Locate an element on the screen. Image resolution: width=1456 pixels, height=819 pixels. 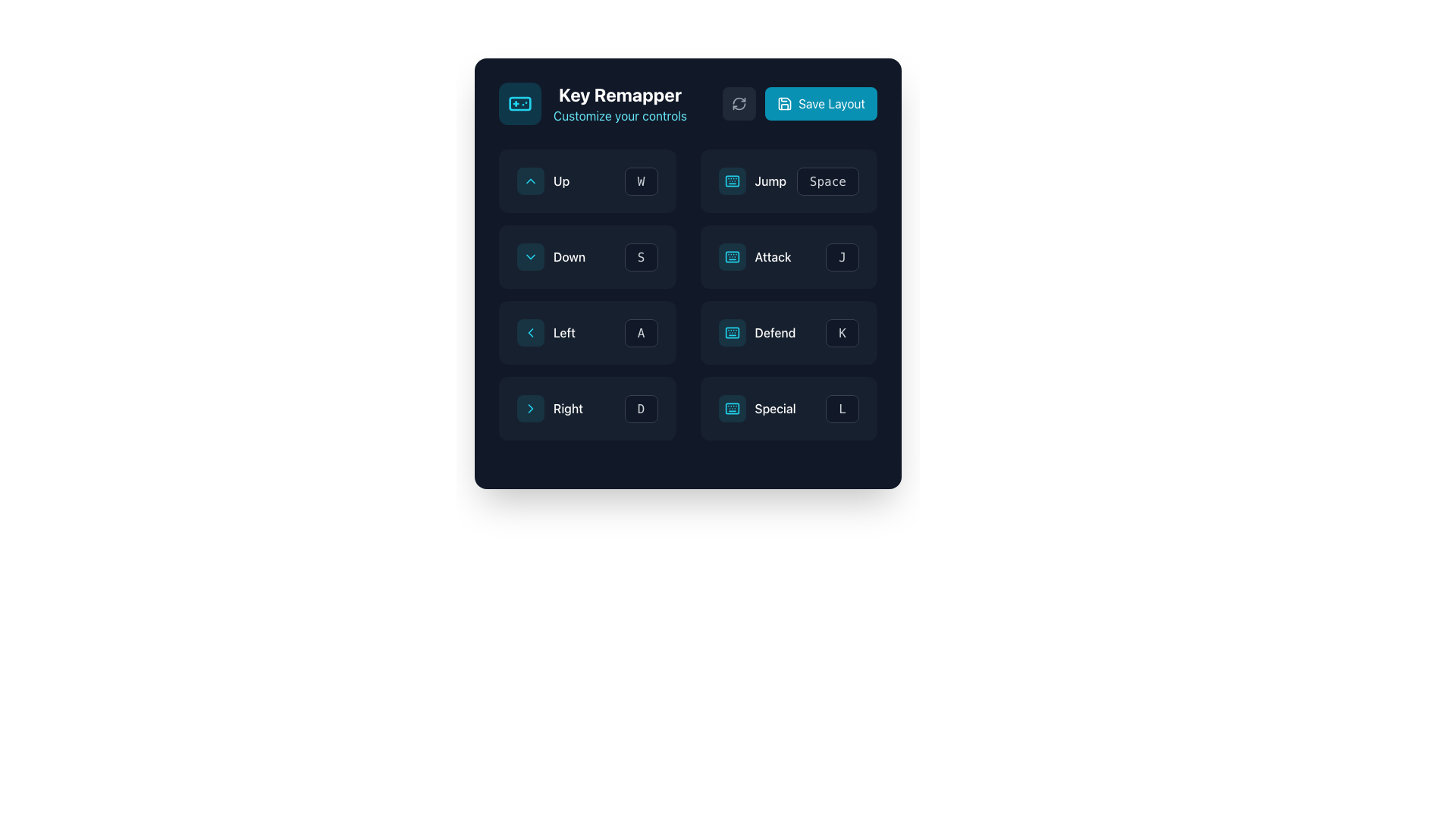
the keyboard icon/button representing the 'Jump' action, which is the first element in the cluster located at the top-right portion of the main grid is located at coordinates (732, 180).